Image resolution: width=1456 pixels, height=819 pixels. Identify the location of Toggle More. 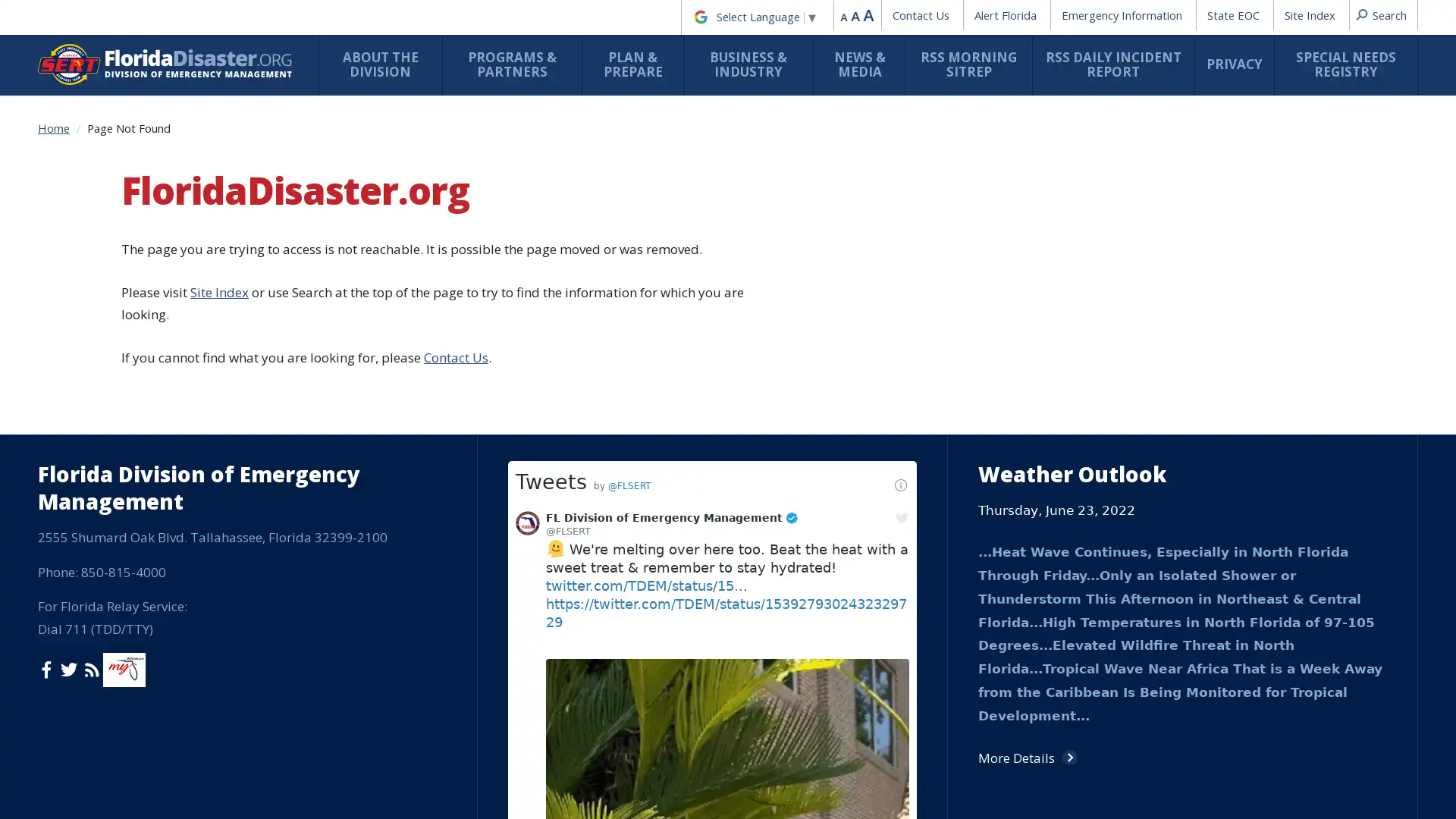
(607, 564).